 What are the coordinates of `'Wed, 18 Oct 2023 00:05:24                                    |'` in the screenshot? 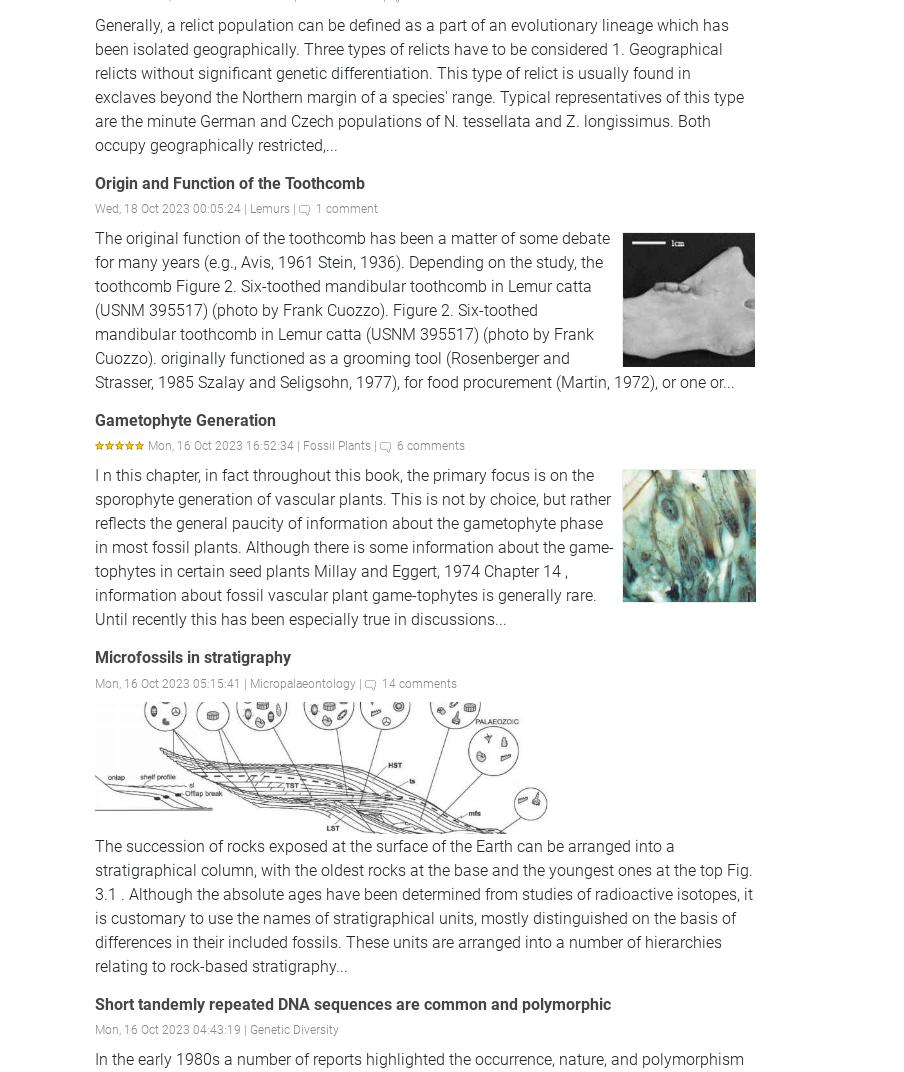 It's located at (172, 209).